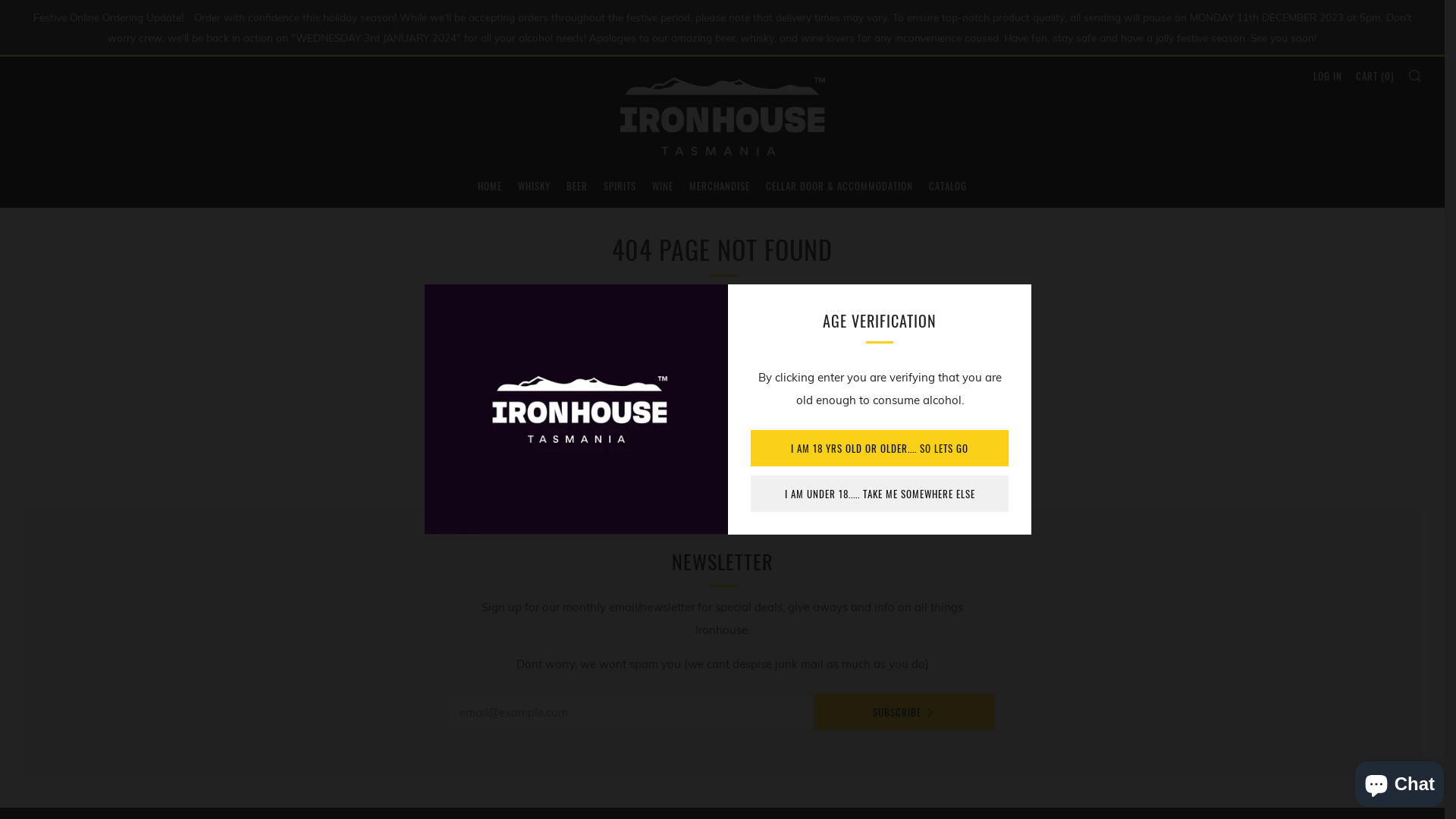  Describe the element at coordinates (880, 494) in the screenshot. I see `'I AM UNDER 18..... TAKE ME SOMEWHERE ELSE'` at that location.